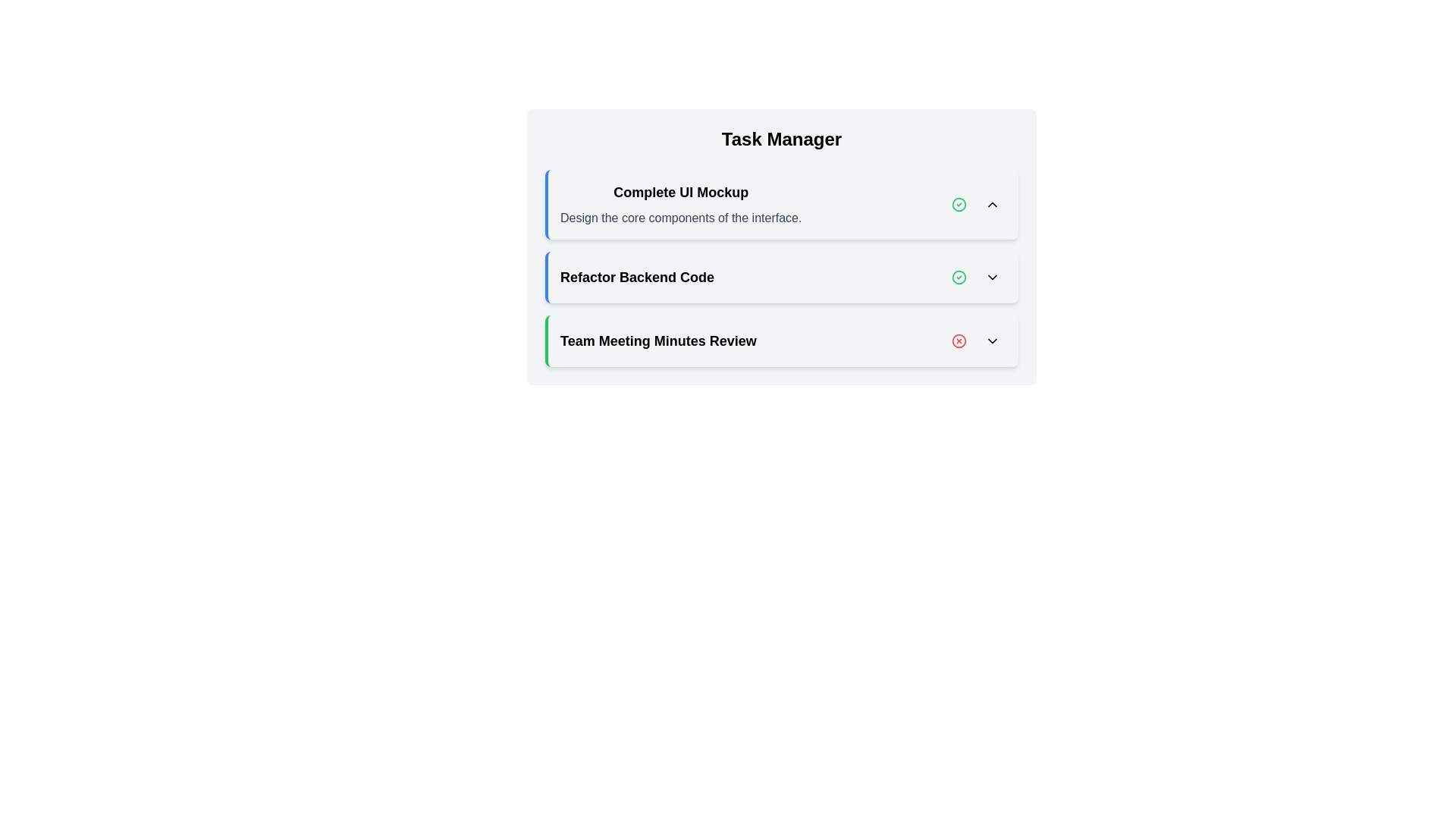 The height and width of the screenshot is (819, 1456). I want to click on the button that moves the first task entry upwards in priority, located to the right of the green check mark button, so click(993, 205).